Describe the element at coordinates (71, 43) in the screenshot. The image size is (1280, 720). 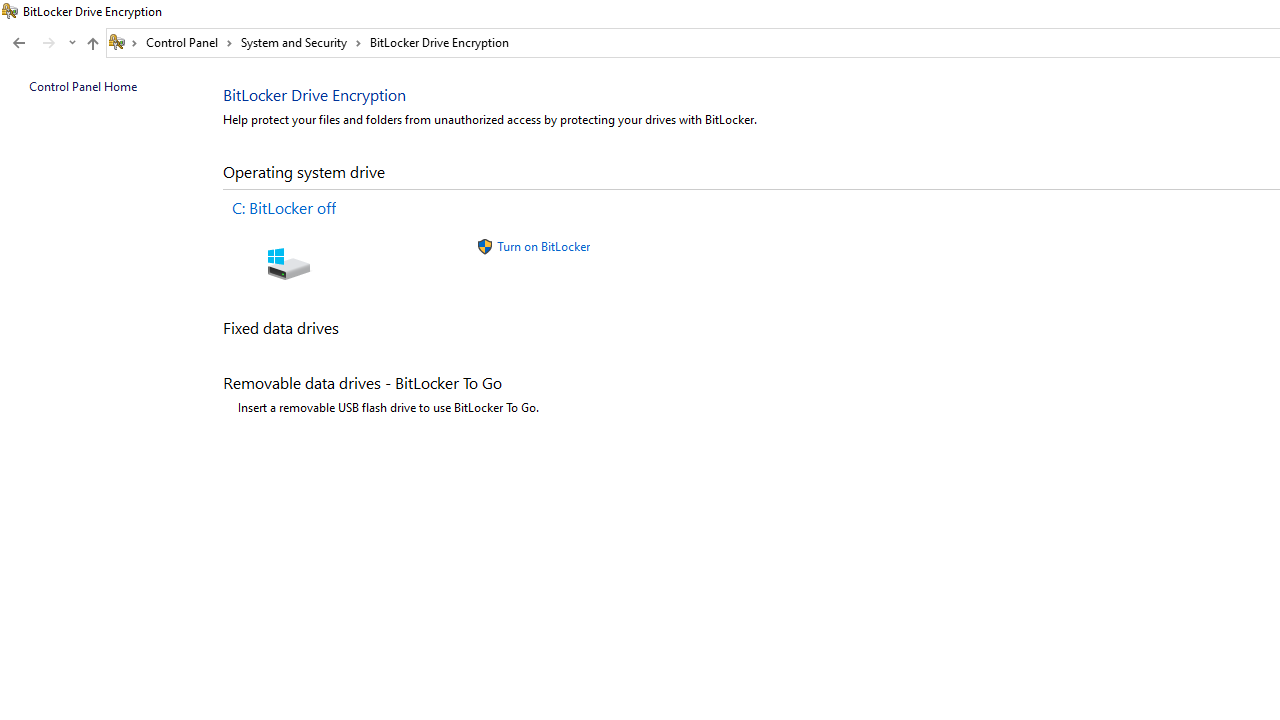
I see `'Recent locations'` at that location.